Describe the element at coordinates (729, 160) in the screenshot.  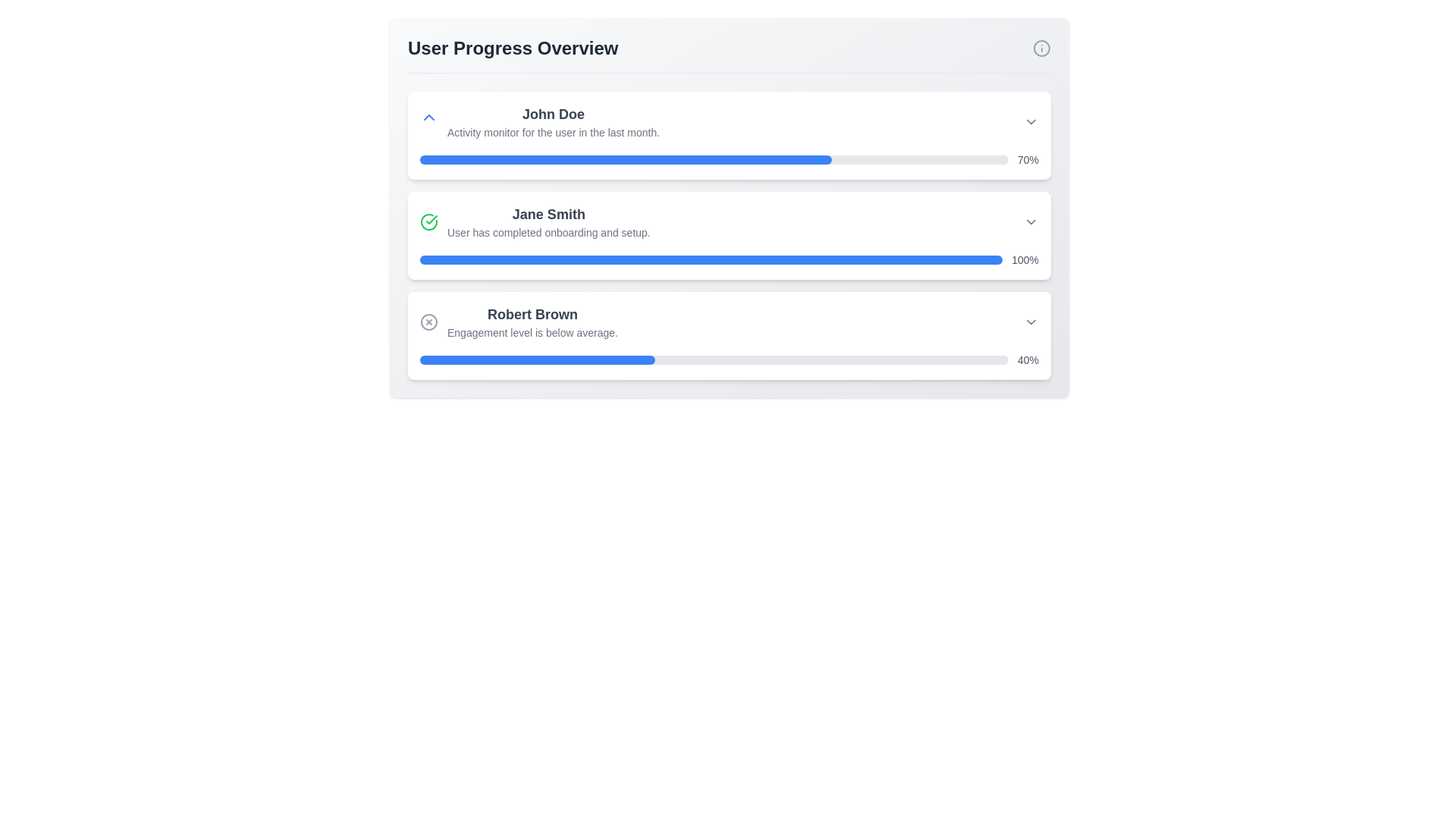
I see `the progress bar representing 70% activity level for user John Doe` at that location.